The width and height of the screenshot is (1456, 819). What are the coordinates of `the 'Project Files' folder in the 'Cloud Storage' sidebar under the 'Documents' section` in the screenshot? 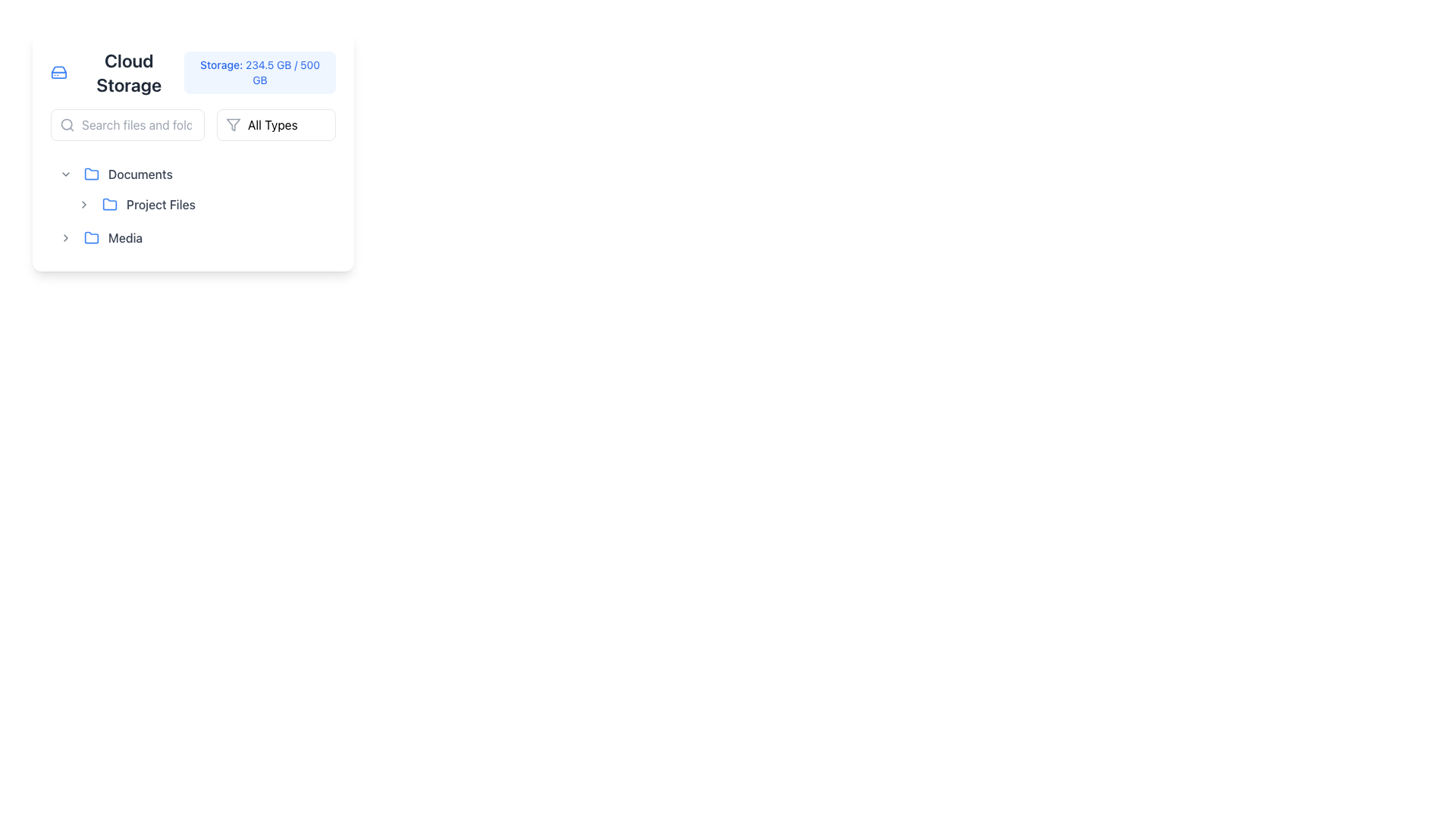 It's located at (202, 205).